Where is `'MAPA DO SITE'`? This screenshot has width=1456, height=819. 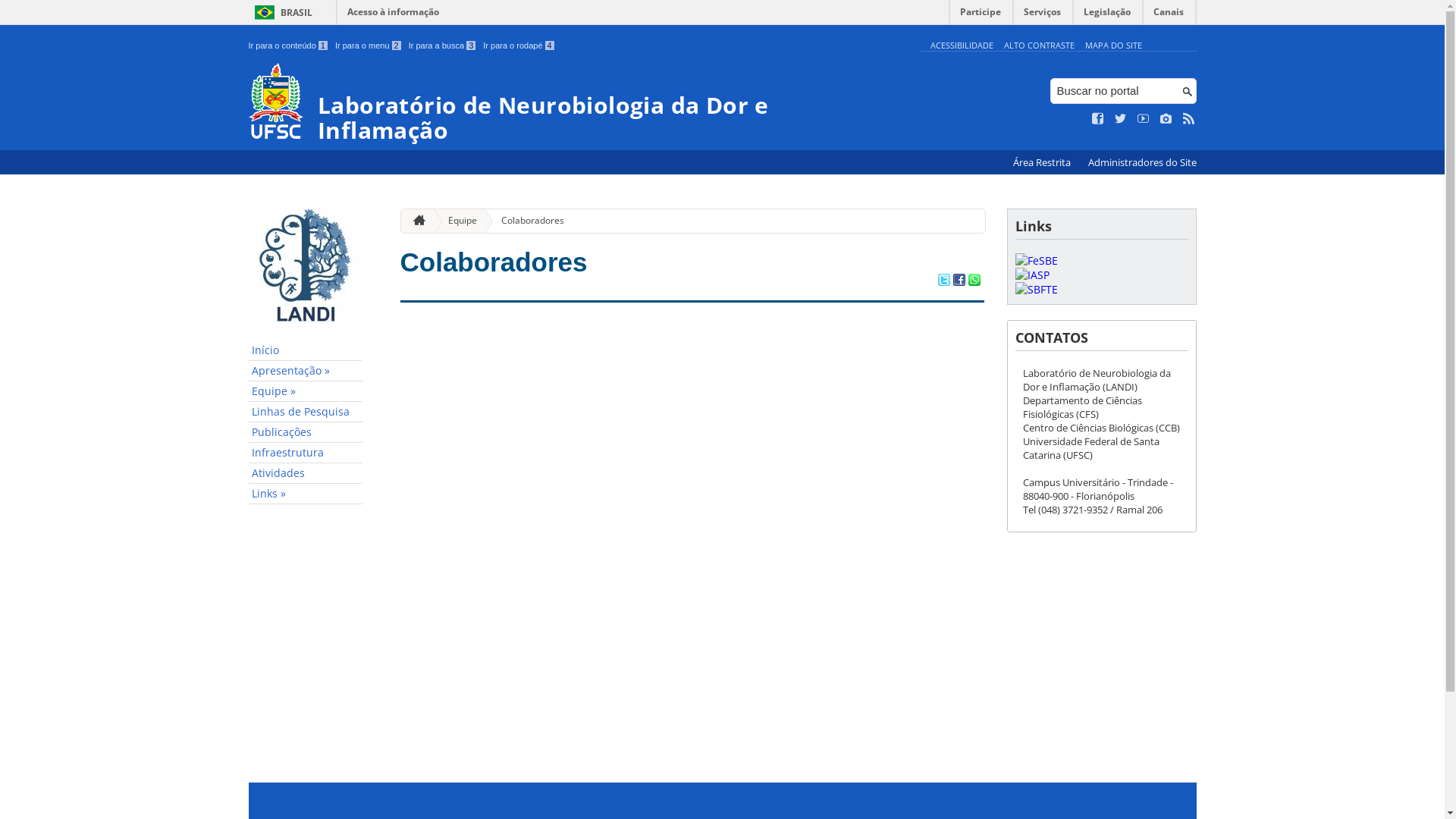 'MAPA DO SITE' is located at coordinates (1112, 44).